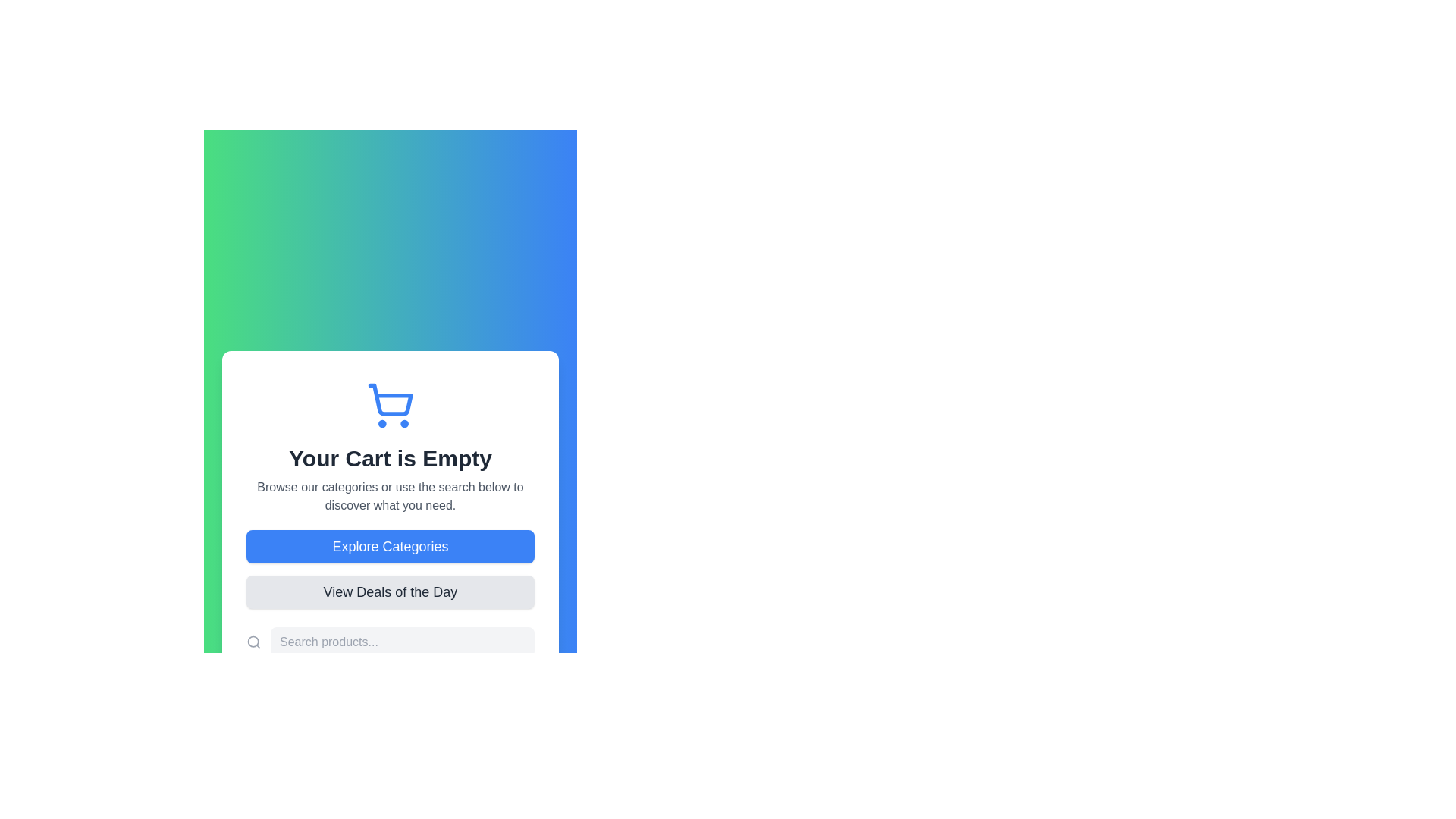  I want to click on the bold text saying 'Your Cart is Empty' located in the central panel of the user interface, which is in dark gray font and positioned below a shopping cart icon, so click(390, 458).